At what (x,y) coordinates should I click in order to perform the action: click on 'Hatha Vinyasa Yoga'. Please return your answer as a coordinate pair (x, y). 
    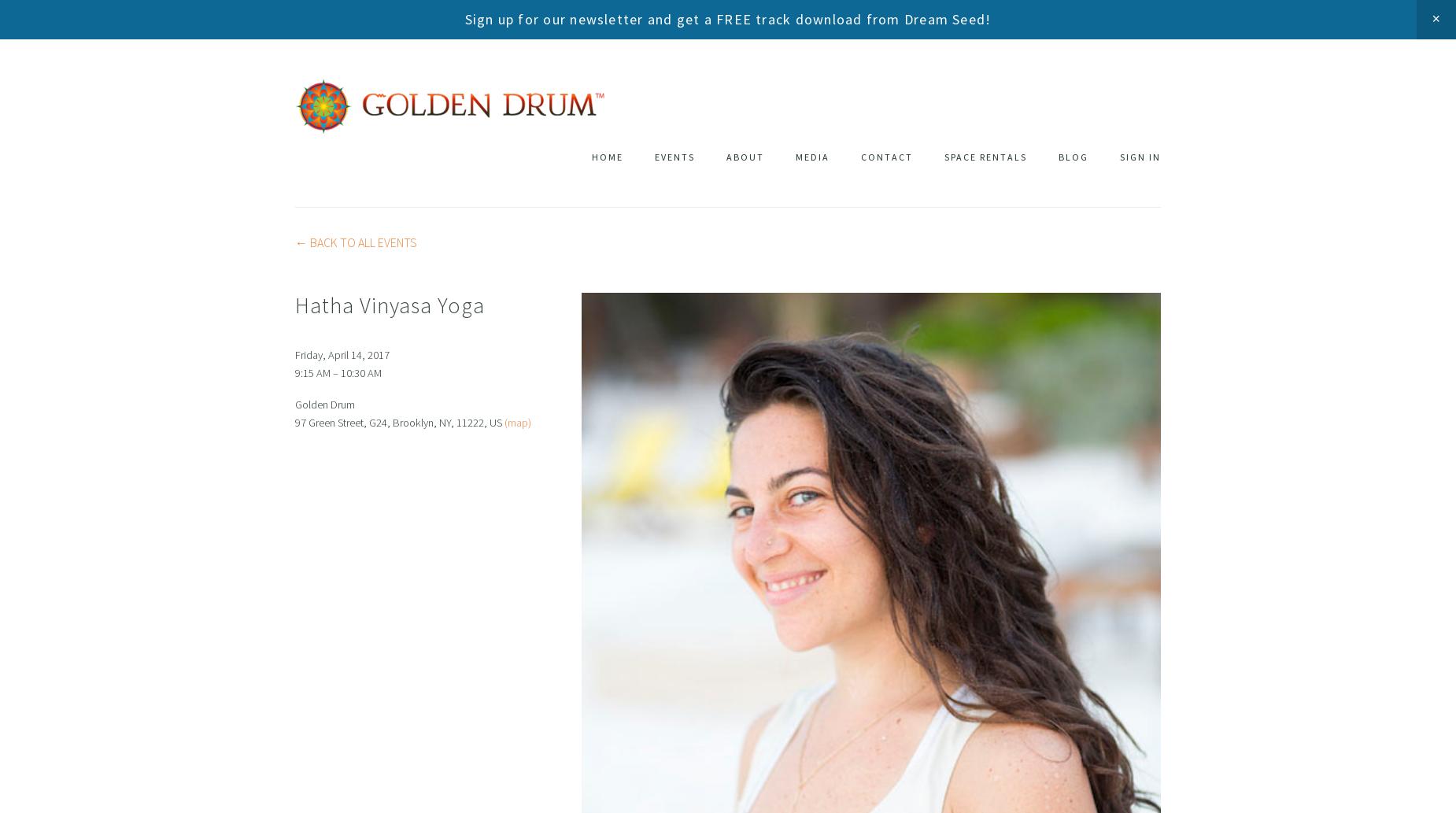
    Looking at the image, I should click on (390, 305).